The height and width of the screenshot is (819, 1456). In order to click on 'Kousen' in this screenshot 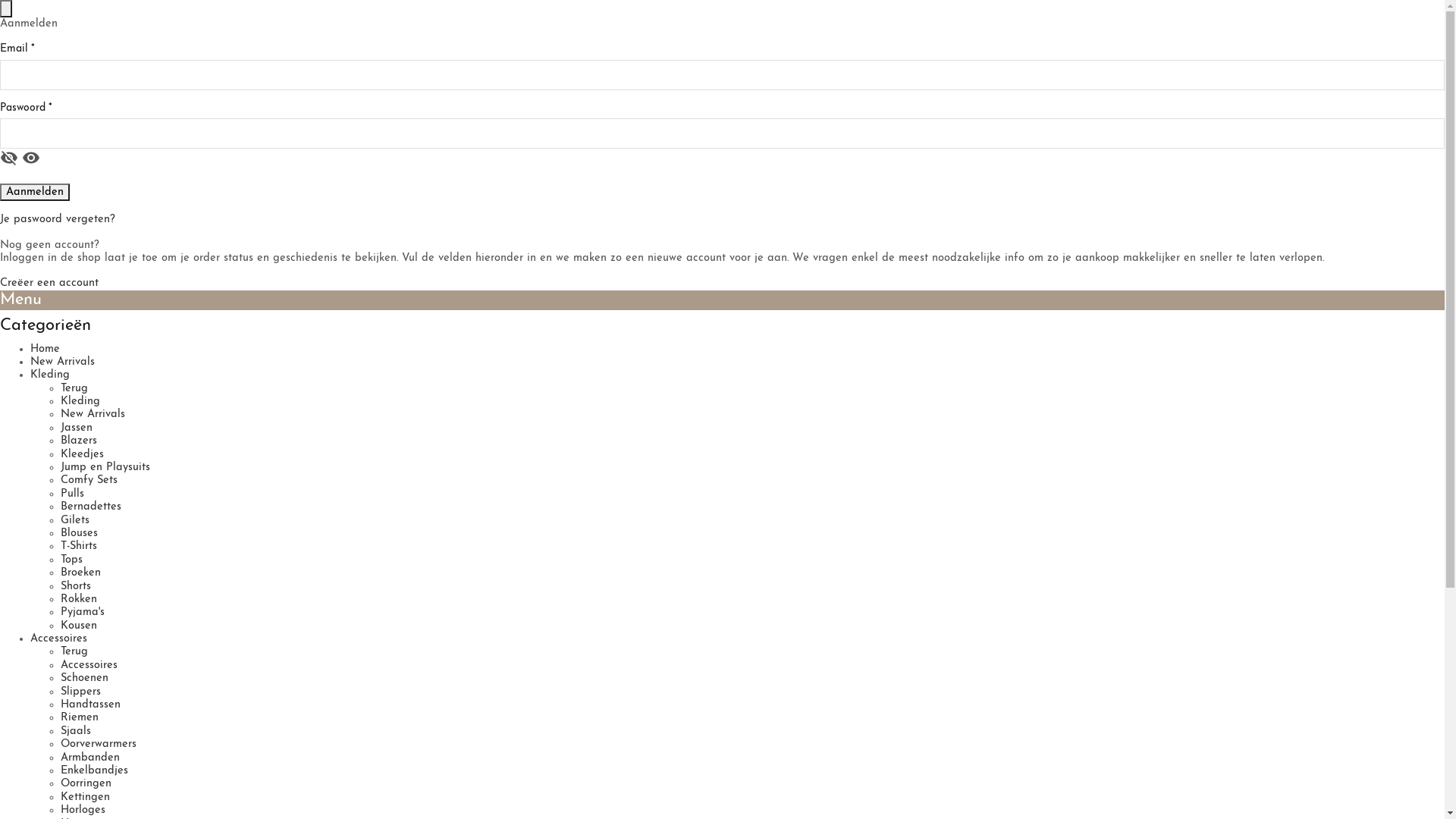, I will do `click(78, 626)`.